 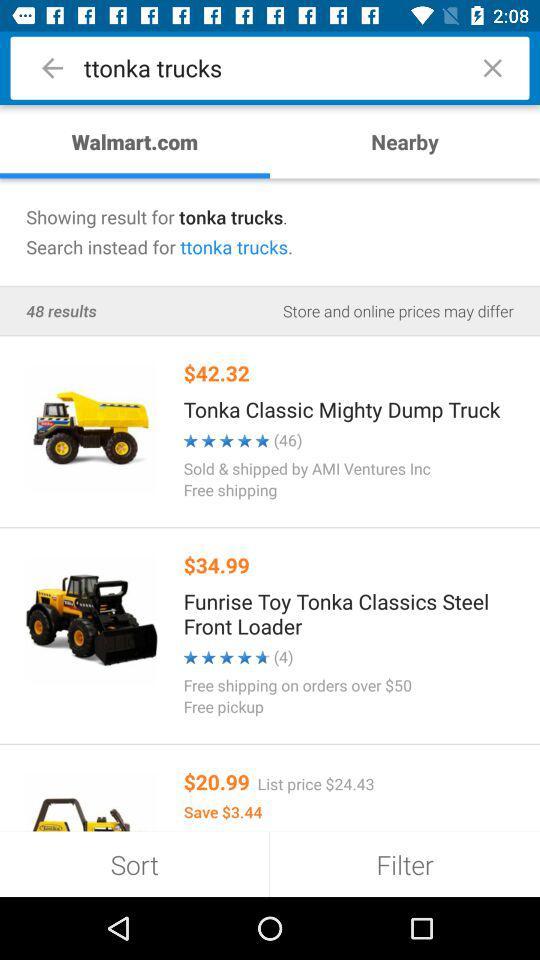 I want to click on back arrow symbol, so click(x=52, y=68).